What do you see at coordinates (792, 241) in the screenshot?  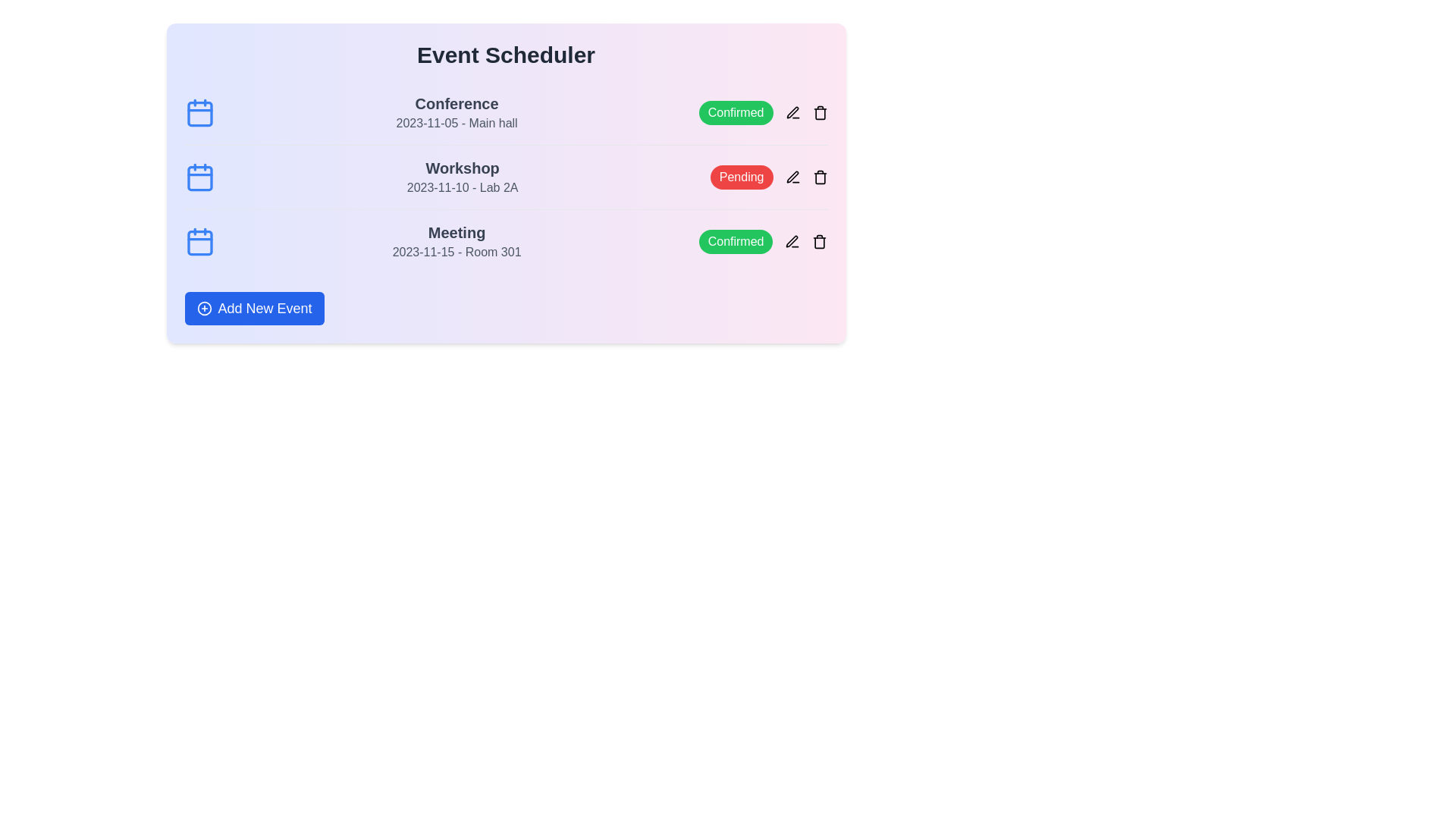 I see `the Edit Action Icon Button, which resembles a pen tool on a light pink background, located next to the 'Confirmed' label of the 'Meeting' event` at bounding box center [792, 241].